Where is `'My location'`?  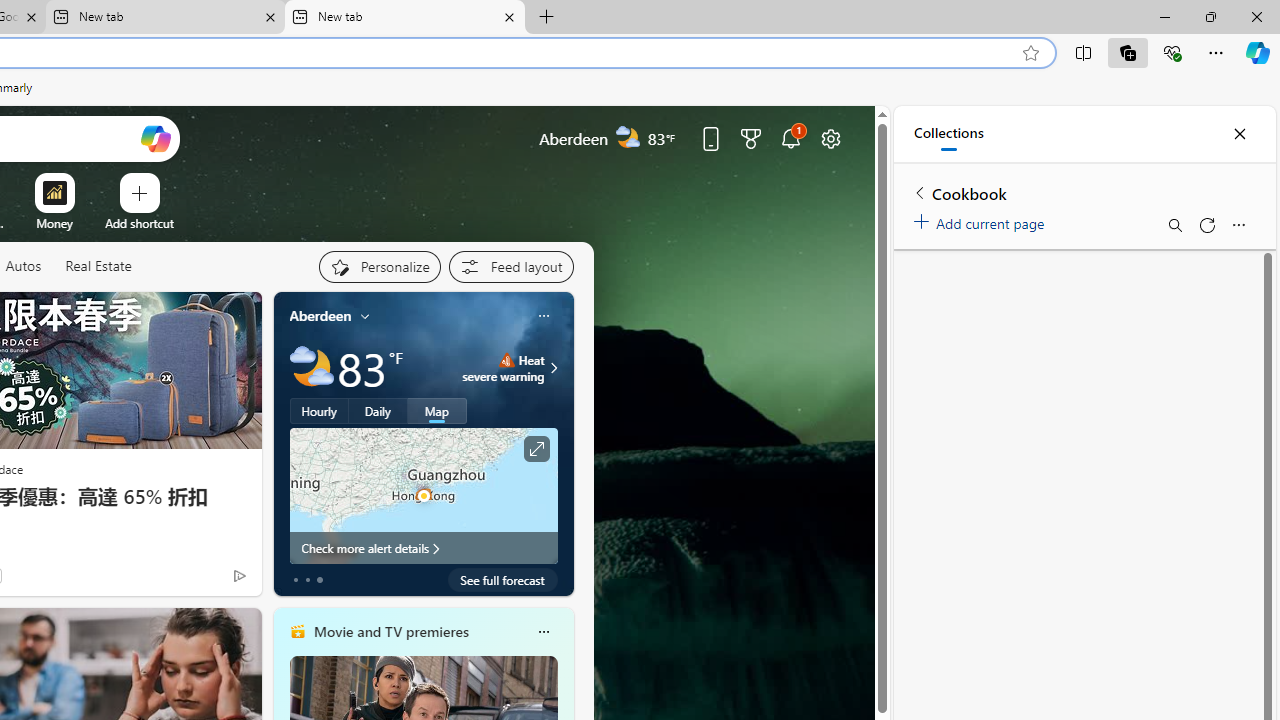
'My location' is located at coordinates (365, 315).